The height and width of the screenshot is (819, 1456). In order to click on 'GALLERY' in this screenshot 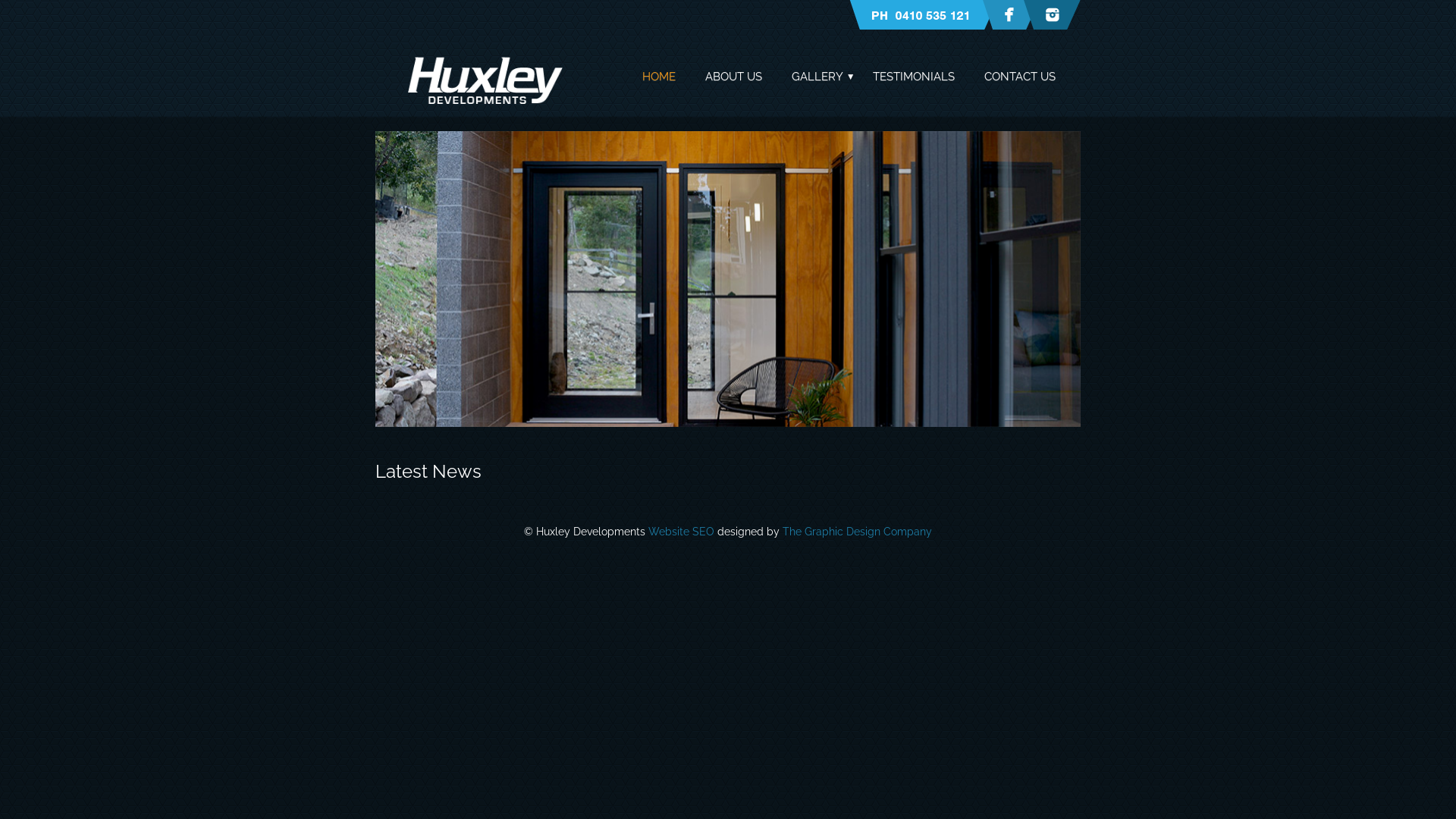, I will do `click(817, 77)`.